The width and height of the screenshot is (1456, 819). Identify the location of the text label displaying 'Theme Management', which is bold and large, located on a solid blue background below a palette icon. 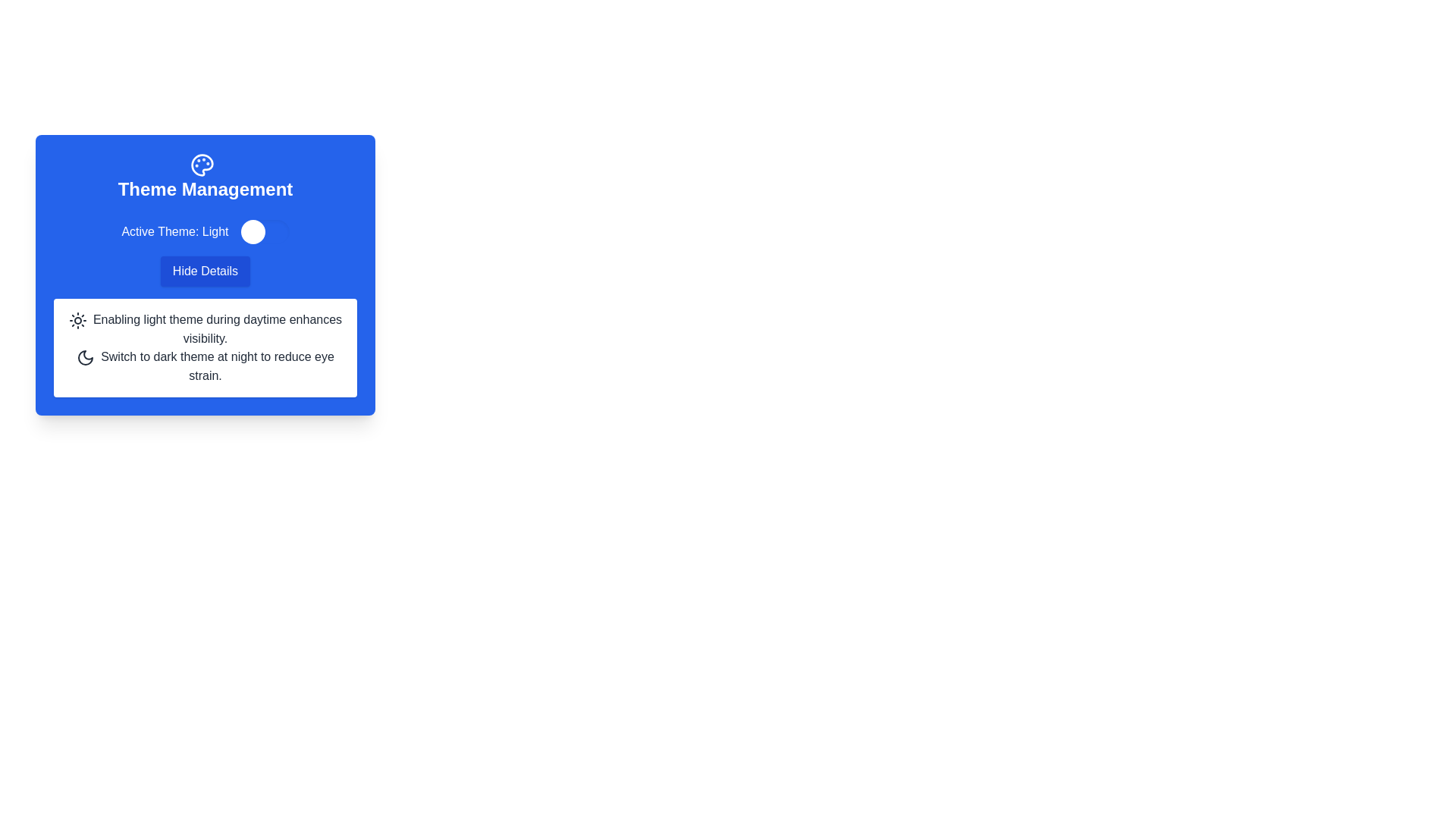
(204, 189).